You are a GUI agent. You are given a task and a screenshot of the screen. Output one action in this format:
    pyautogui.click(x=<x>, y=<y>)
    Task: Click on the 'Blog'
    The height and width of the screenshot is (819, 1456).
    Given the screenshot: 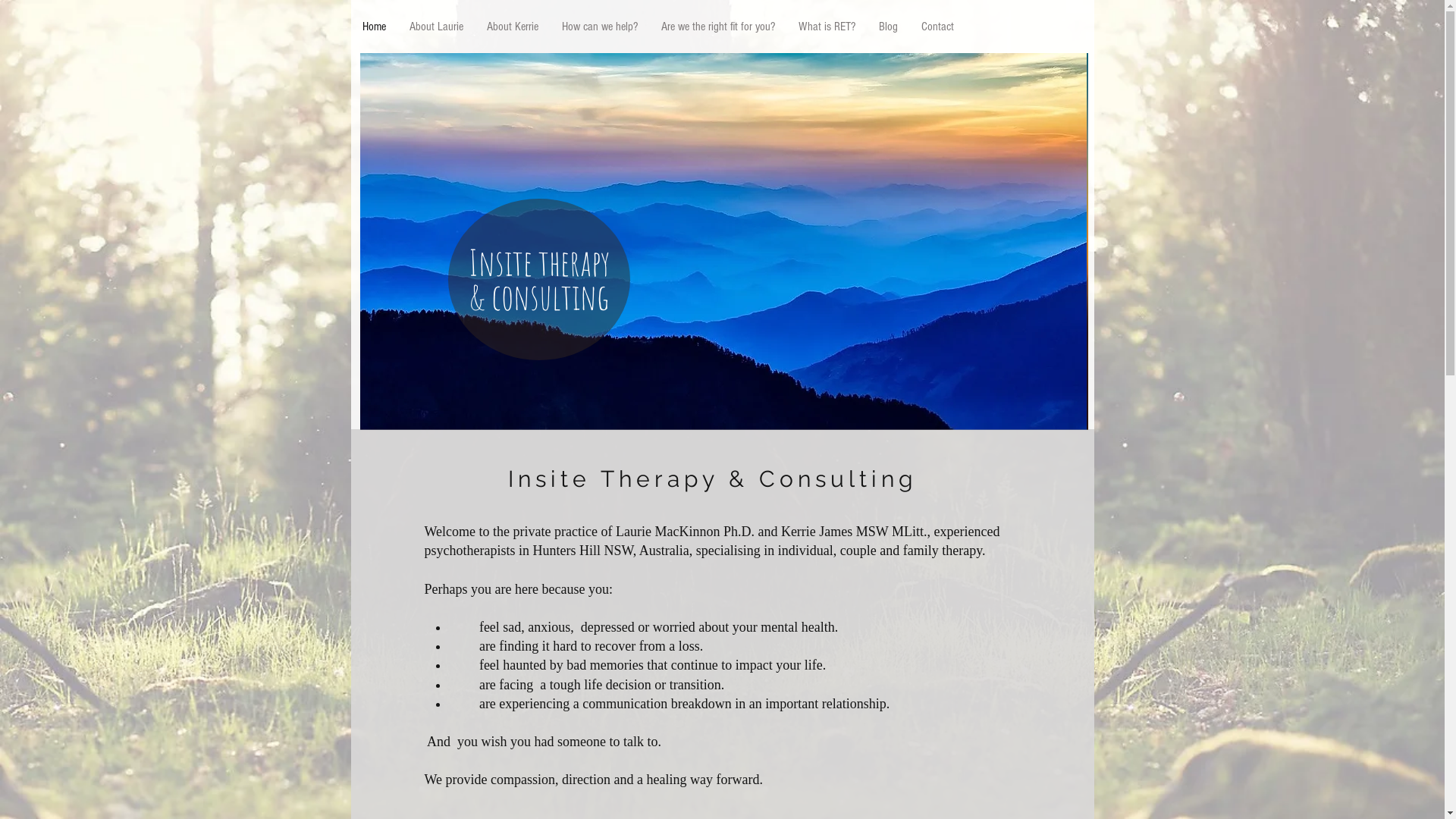 What is the action you would take?
    pyautogui.click(x=887, y=27)
    